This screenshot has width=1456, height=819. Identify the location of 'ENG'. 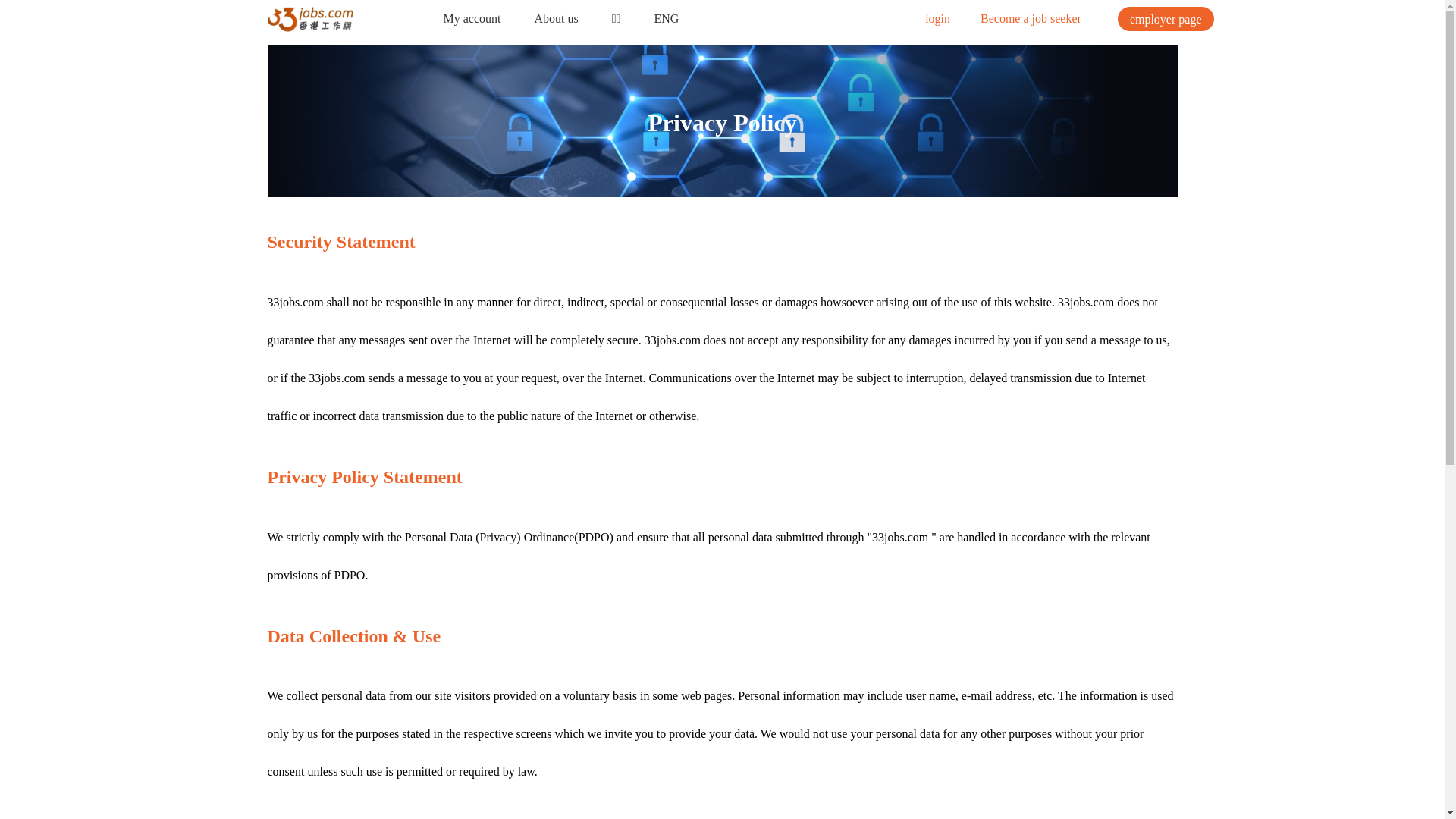
(666, 18).